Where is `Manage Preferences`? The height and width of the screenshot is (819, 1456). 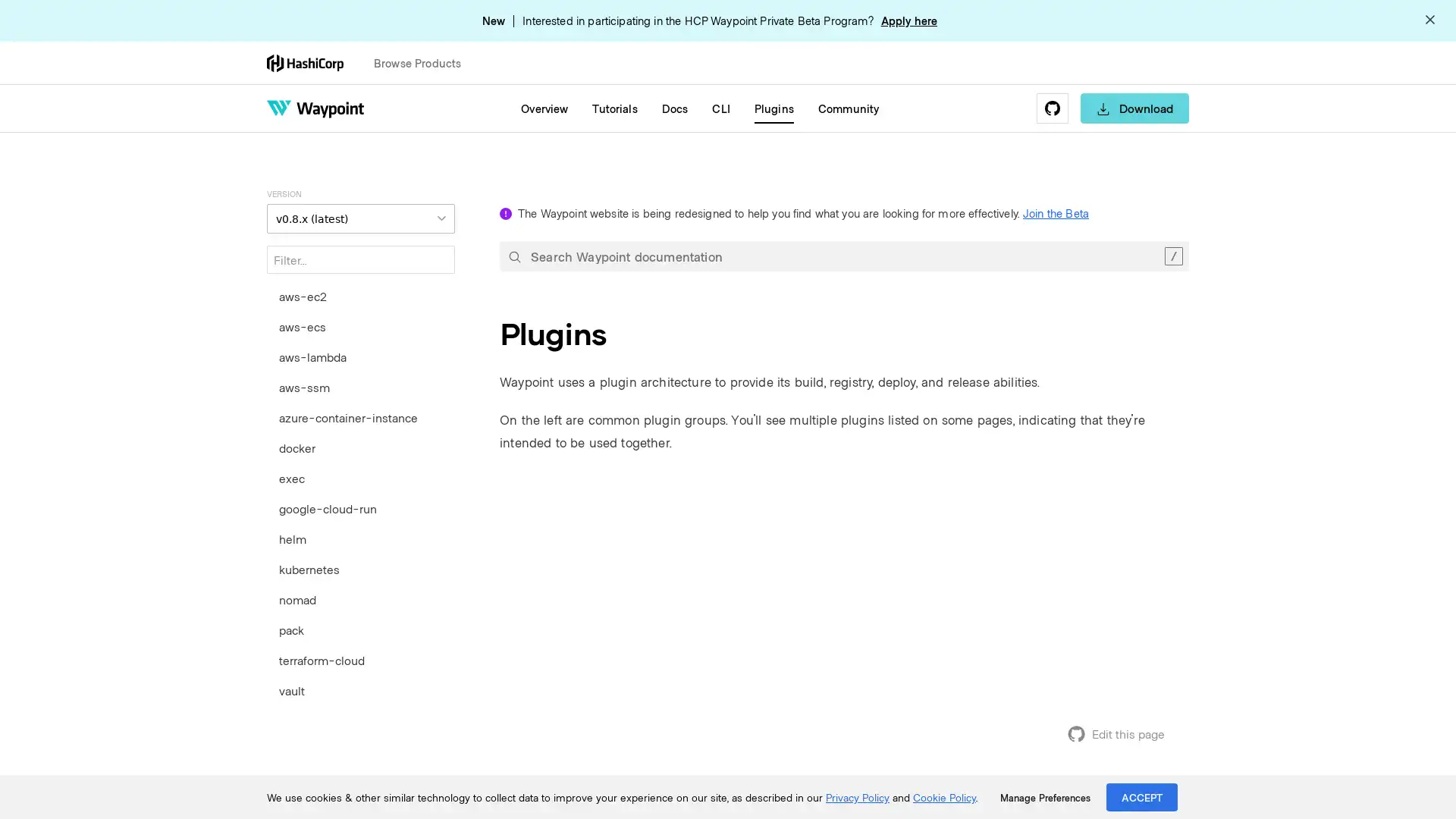 Manage Preferences is located at coordinates (1044, 797).